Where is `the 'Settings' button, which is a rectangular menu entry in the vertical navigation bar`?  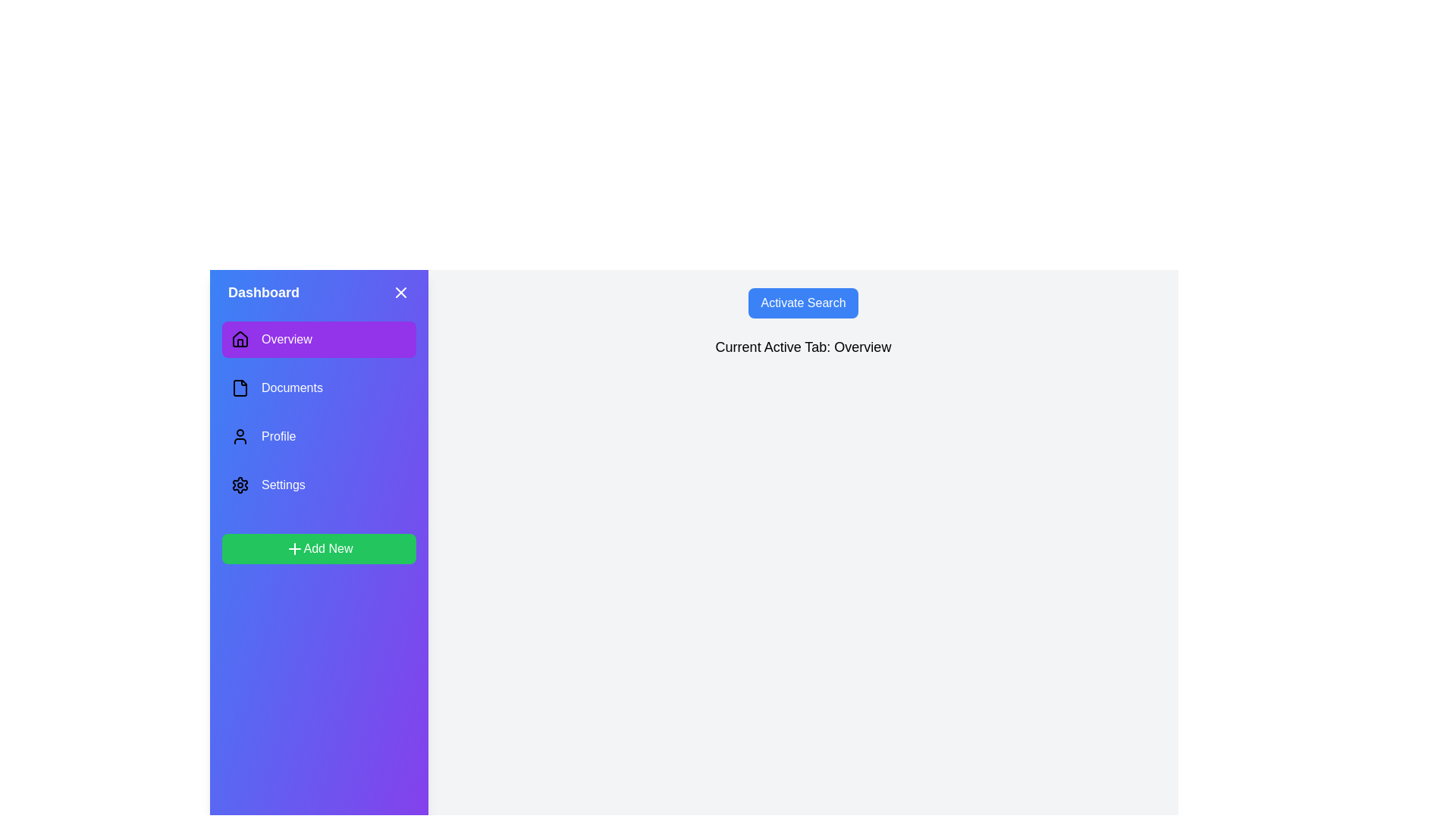 the 'Settings' button, which is a rectangular menu entry in the vertical navigation bar is located at coordinates (318, 485).